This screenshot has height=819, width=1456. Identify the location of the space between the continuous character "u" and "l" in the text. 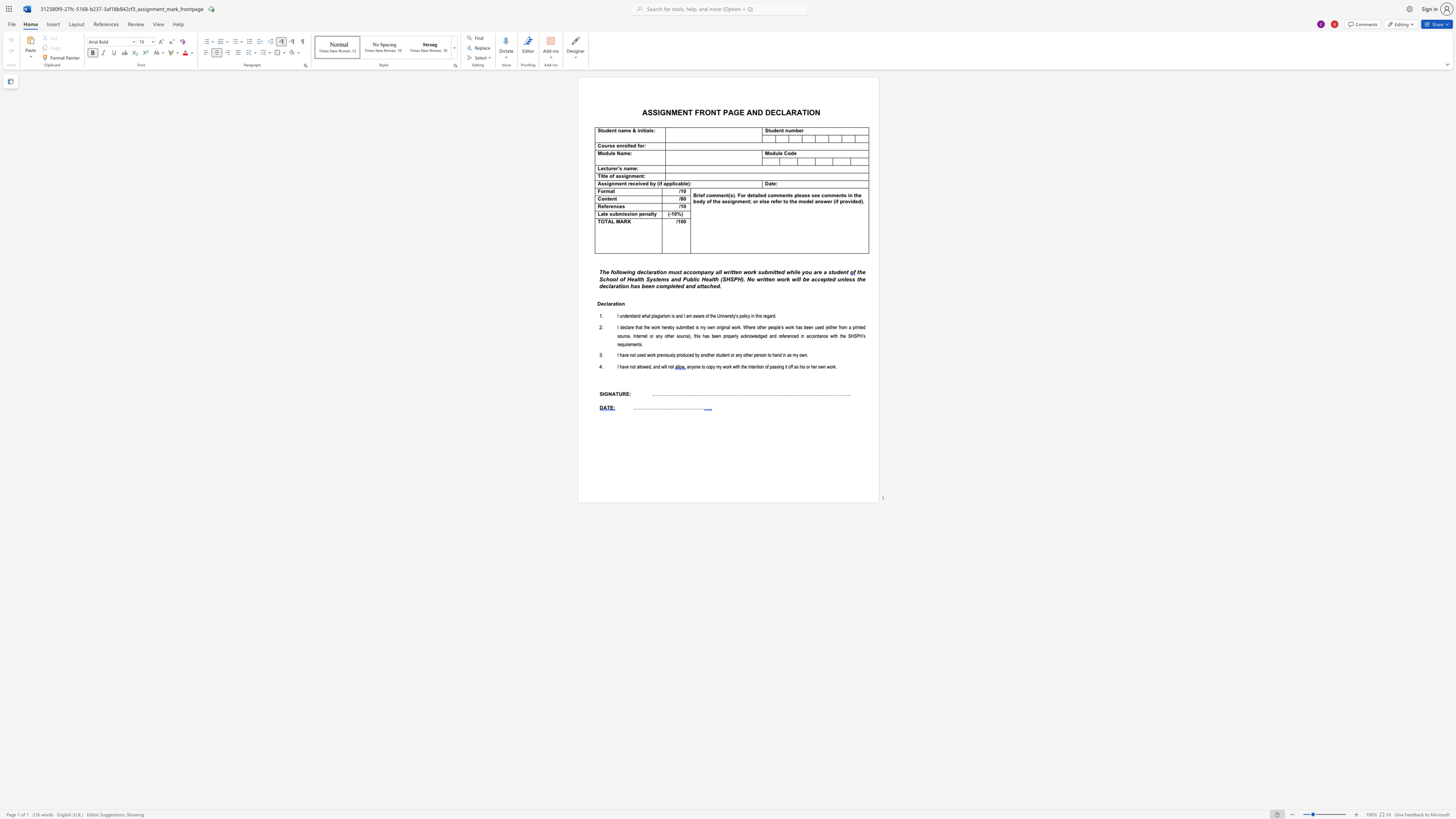
(610, 153).